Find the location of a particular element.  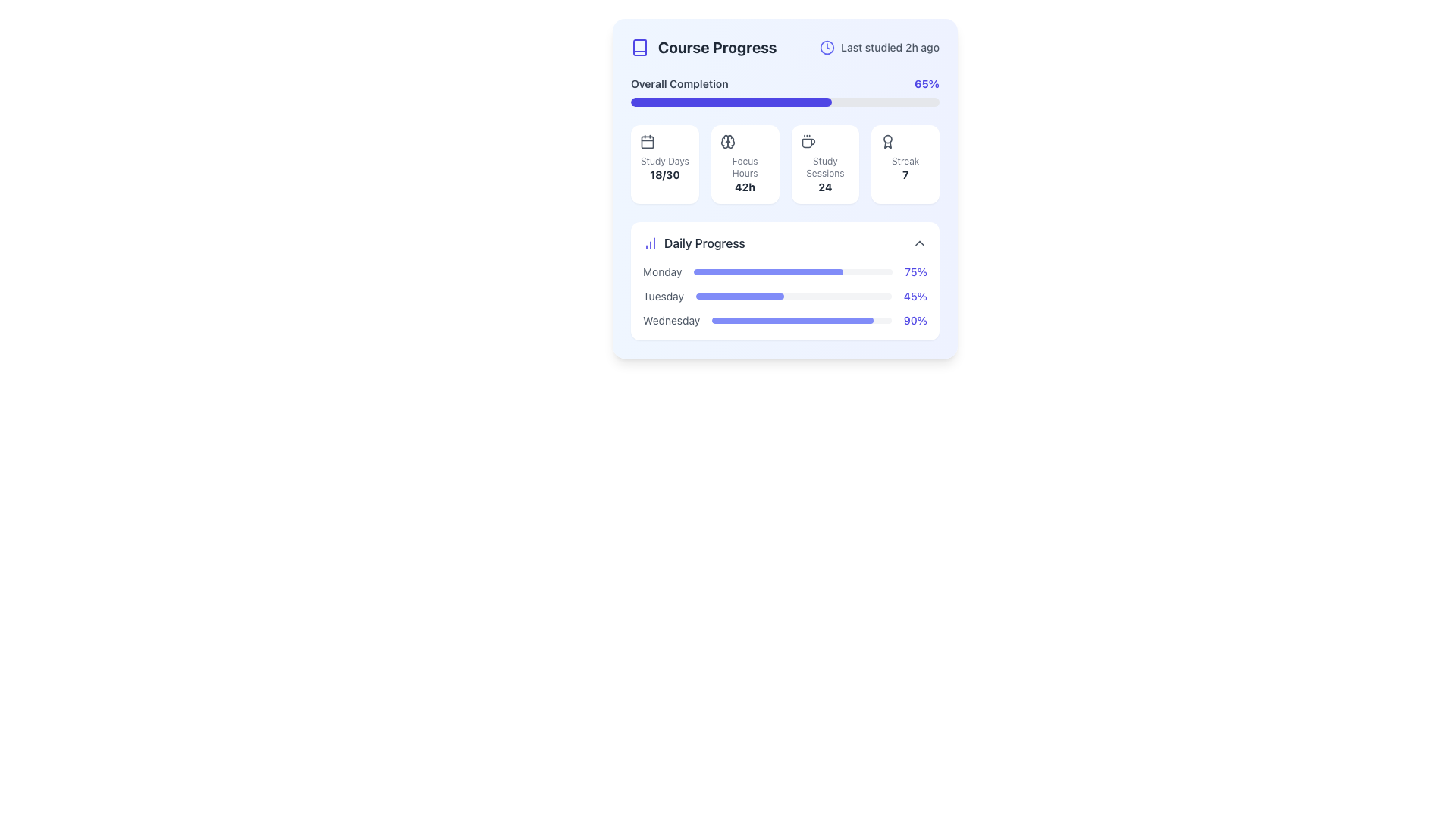

the expandable/collapsible icon located on the far-right side of the 'Daily Progress' section header is located at coordinates (919, 242).